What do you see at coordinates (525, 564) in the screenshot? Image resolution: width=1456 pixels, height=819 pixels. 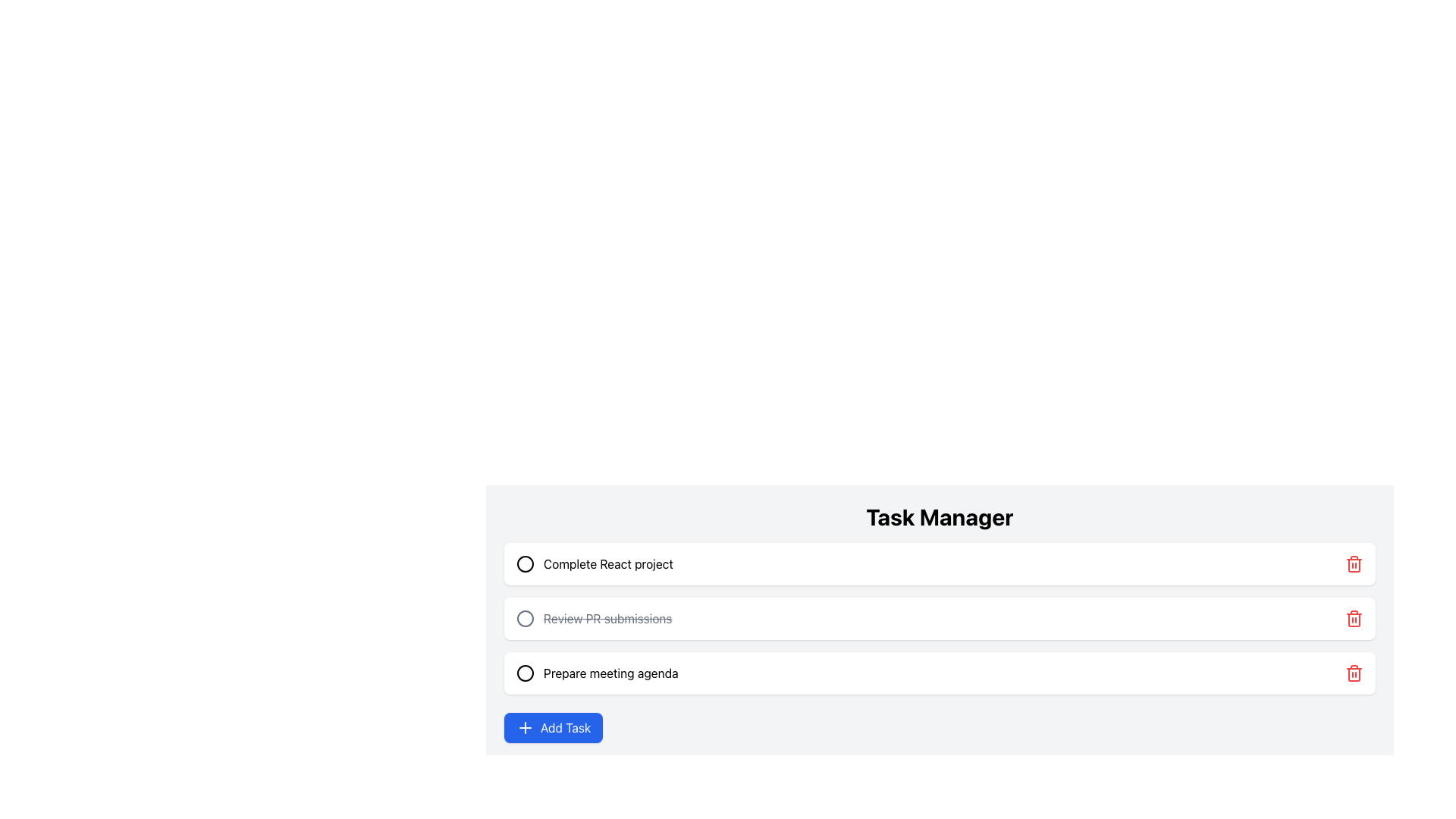 I see `the circular checkbox-like status indicator located to the left of the text 'Complete React project' in the task list` at bounding box center [525, 564].